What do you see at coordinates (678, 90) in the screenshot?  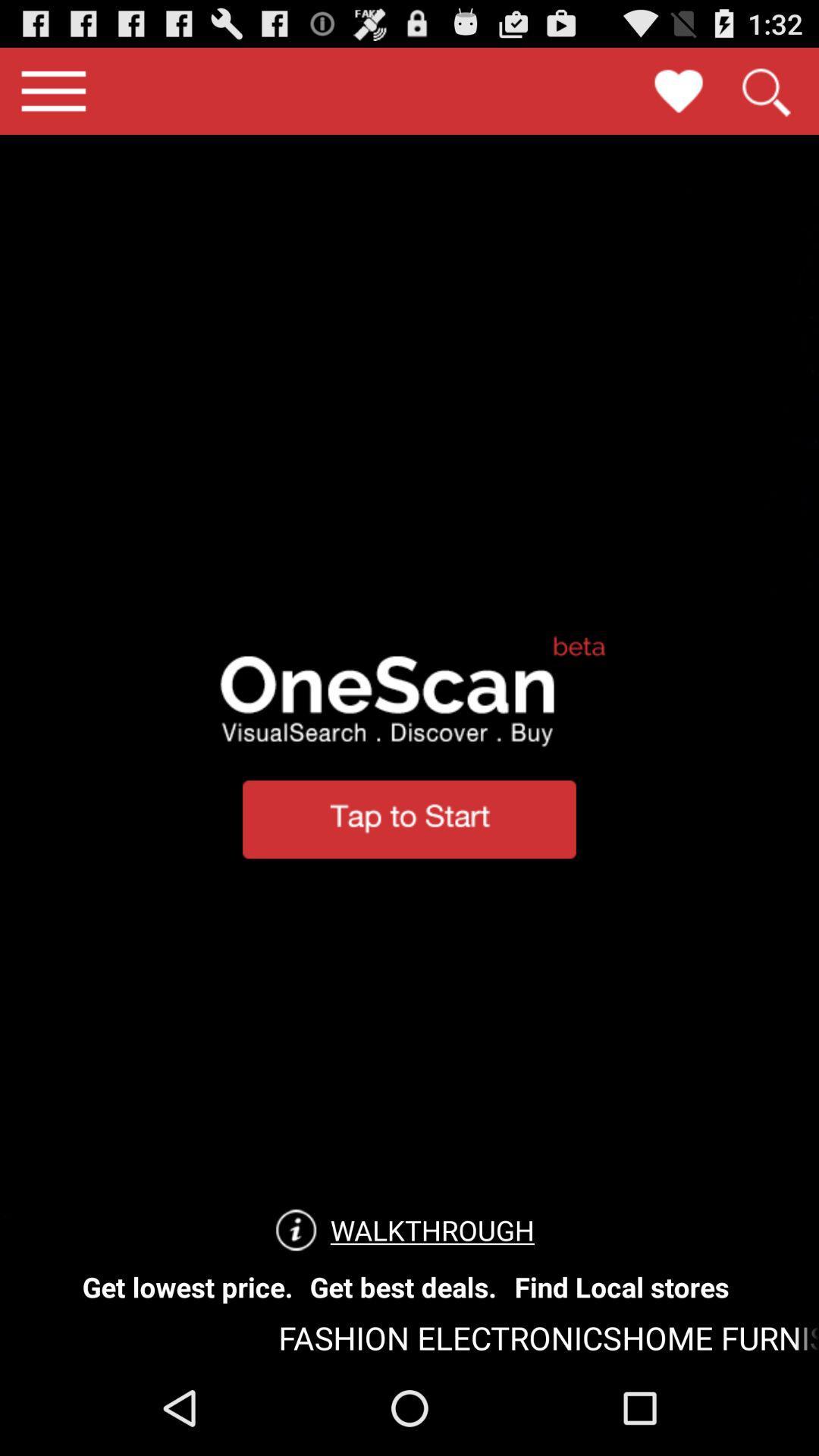 I see `image button` at bounding box center [678, 90].